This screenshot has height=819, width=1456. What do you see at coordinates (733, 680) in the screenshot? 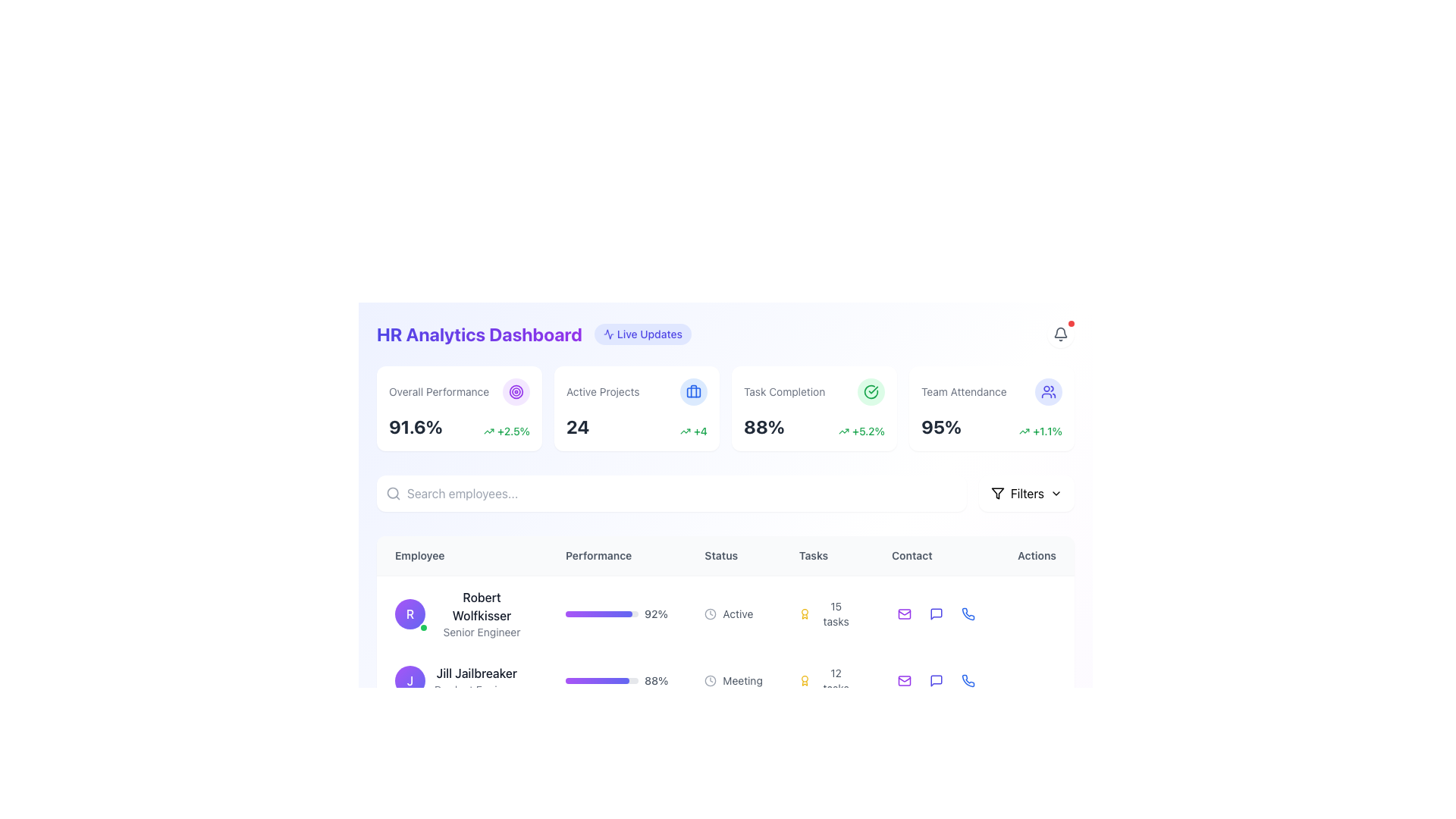
I see `the visual content of the text element displaying 'meeting' with a clock icon, located in the third column of the row for 'Jill Jailbreaker' in the Status field` at bounding box center [733, 680].